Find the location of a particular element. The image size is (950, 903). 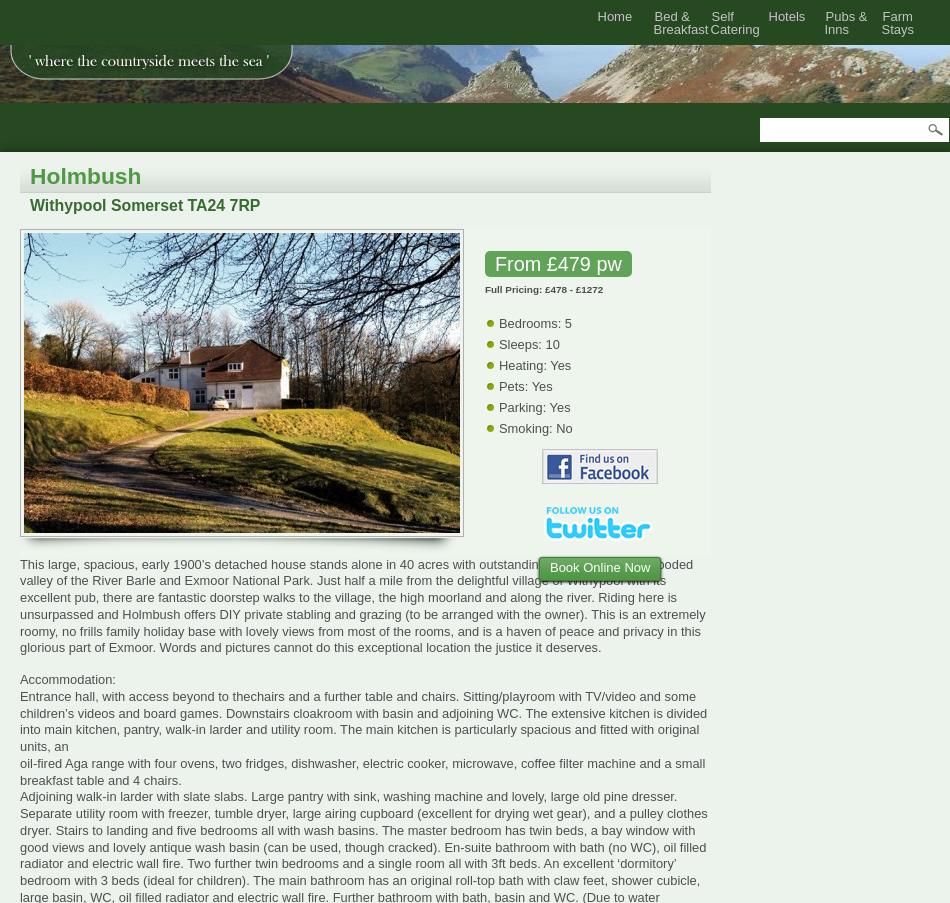

'This large, spacious, early 1900’s detached house stands alone in 40 acres with outstanding views across the wooded valley of the River Barle and Exmoor National Park. Just half a mile from the delightful village of Withypool with its excellent pub, there are fantastic doorstep walks to the village, the high moorland and along the river. Riding here is unsurpassed and Holmbush offers DIY private stabling and grazing (to be arranged with the owner). This is an extremely roomy, no frills family holiday base with lovely views from most of the rooms, and is a haven of peace and privacy in this glorious part of Exmoor. Words and pictures cannot do this exceptional location the justice it deserves.' is located at coordinates (361, 605).